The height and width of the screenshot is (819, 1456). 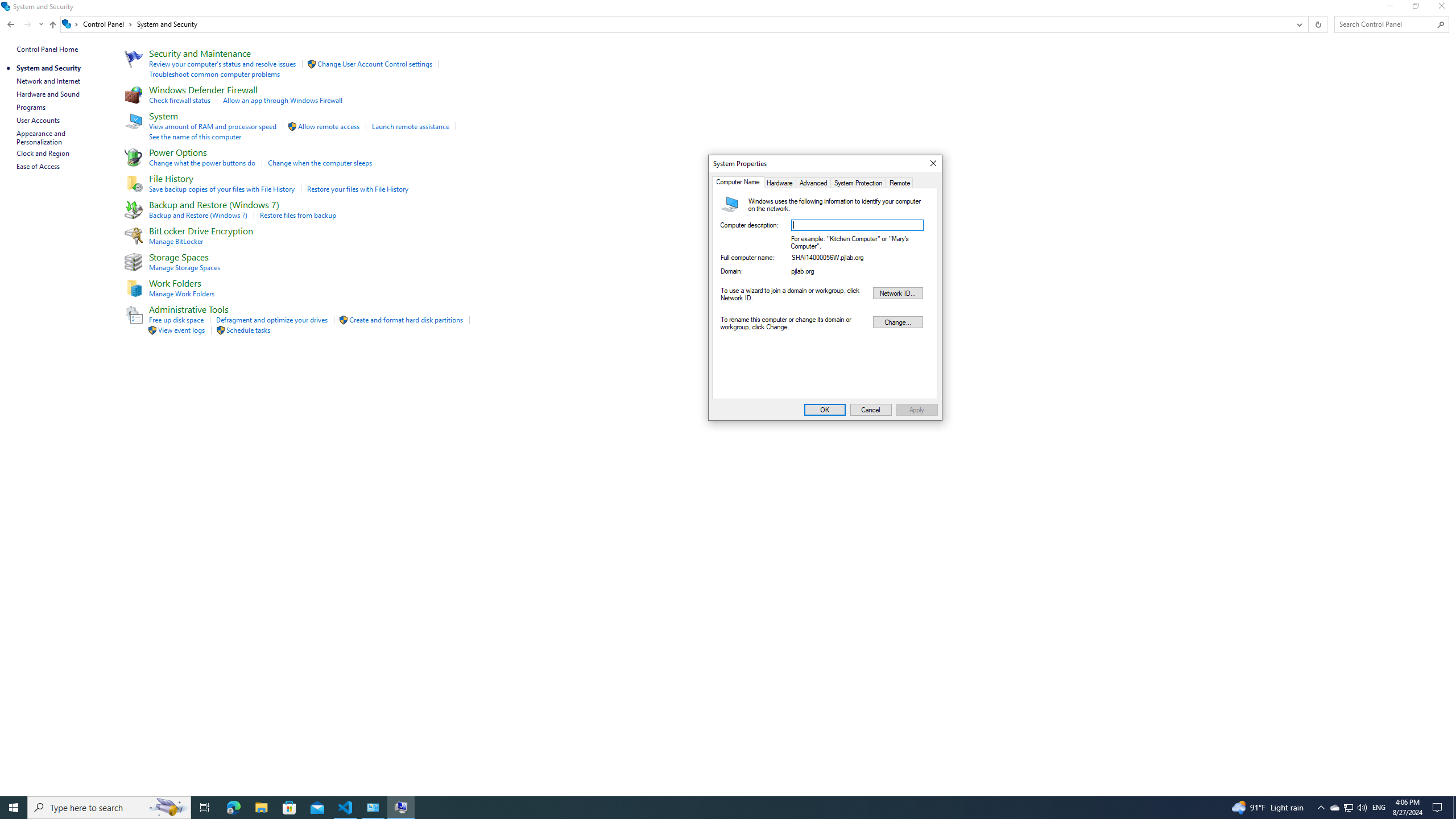 What do you see at coordinates (897, 321) in the screenshot?
I see `'Change...'` at bounding box center [897, 321].